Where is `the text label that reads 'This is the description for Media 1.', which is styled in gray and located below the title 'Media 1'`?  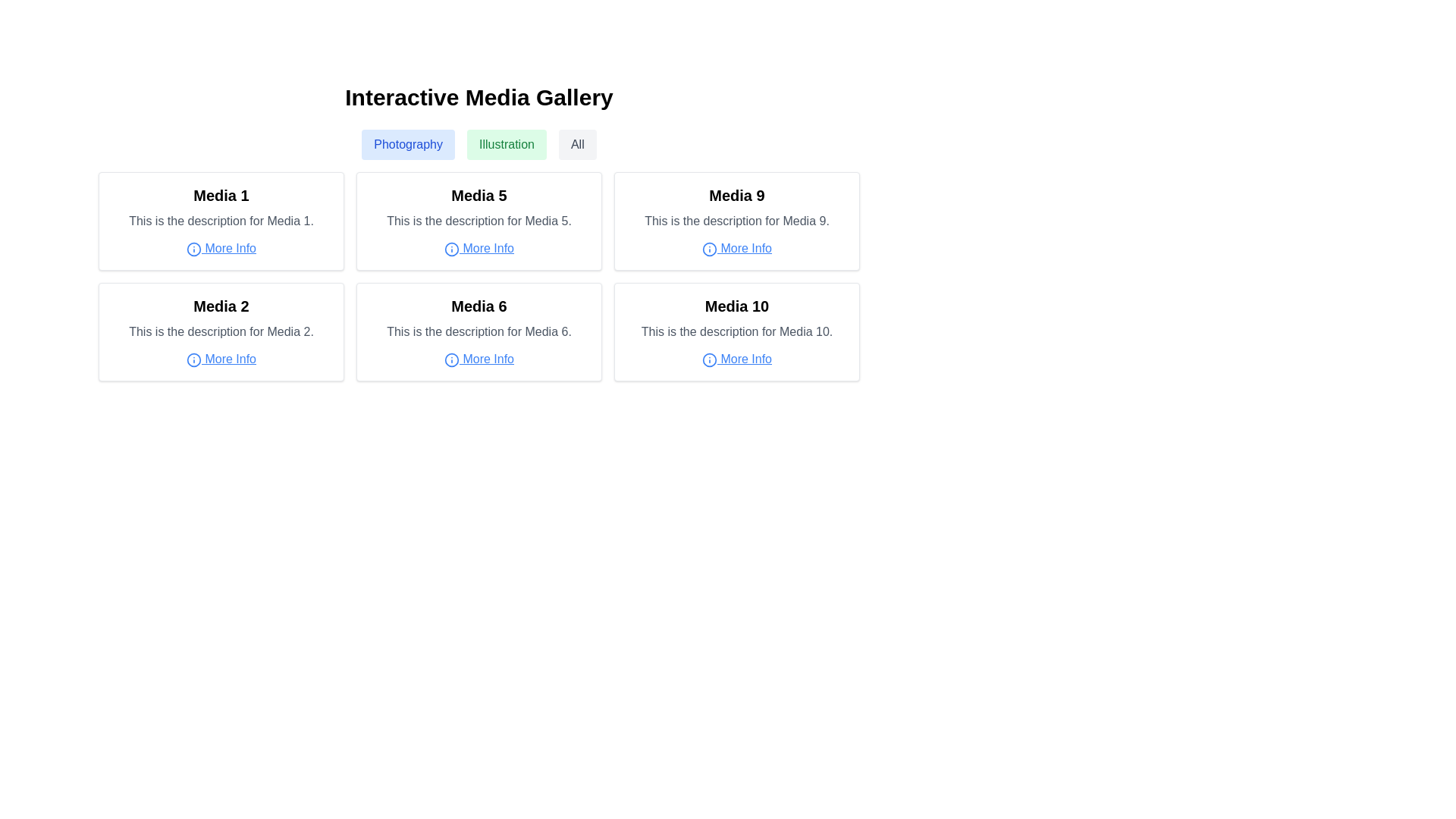 the text label that reads 'This is the description for Media 1.', which is styled in gray and located below the title 'Media 1' is located at coordinates (221, 221).